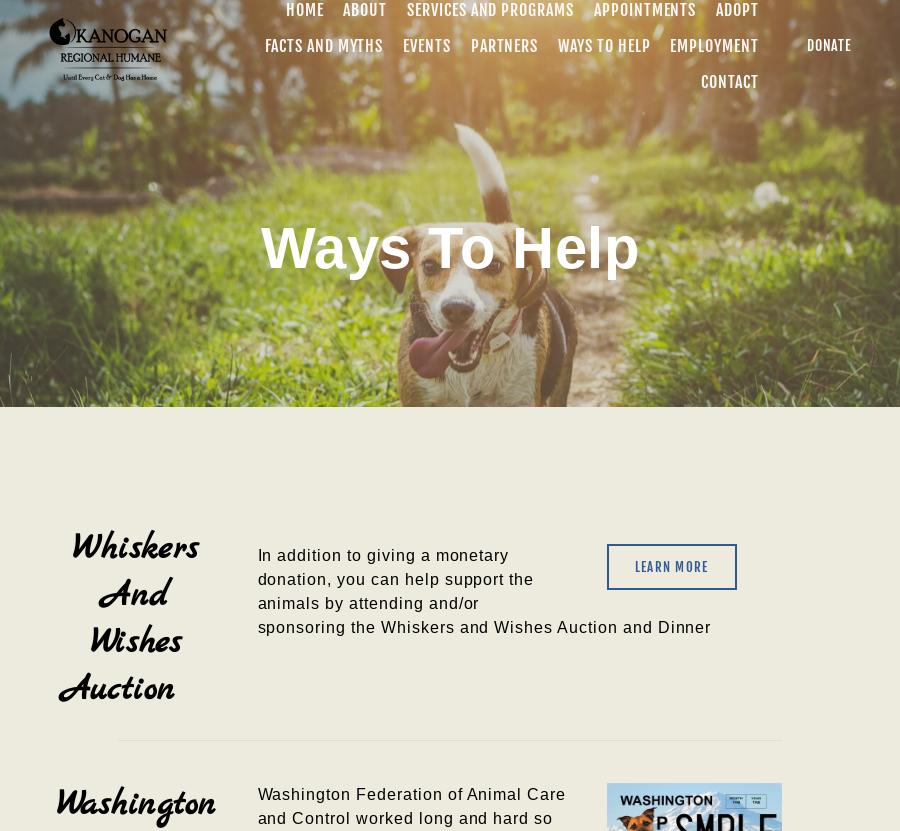 The width and height of the screenshot is (900, 831). I want to click on 'Donate', so click(828, 44).